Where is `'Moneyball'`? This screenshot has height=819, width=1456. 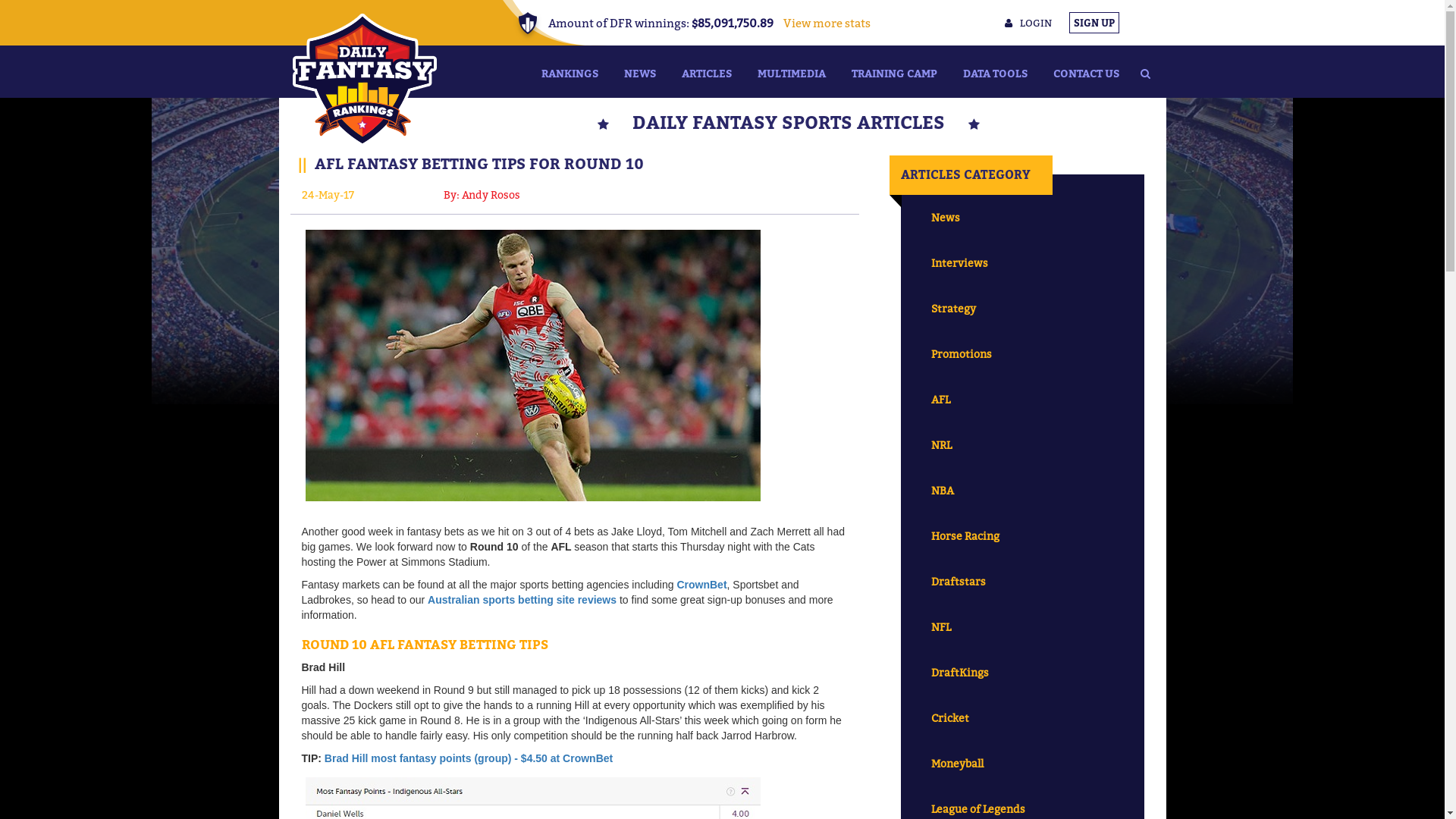 'Moneyball' is located at coordinates (1022, 763).